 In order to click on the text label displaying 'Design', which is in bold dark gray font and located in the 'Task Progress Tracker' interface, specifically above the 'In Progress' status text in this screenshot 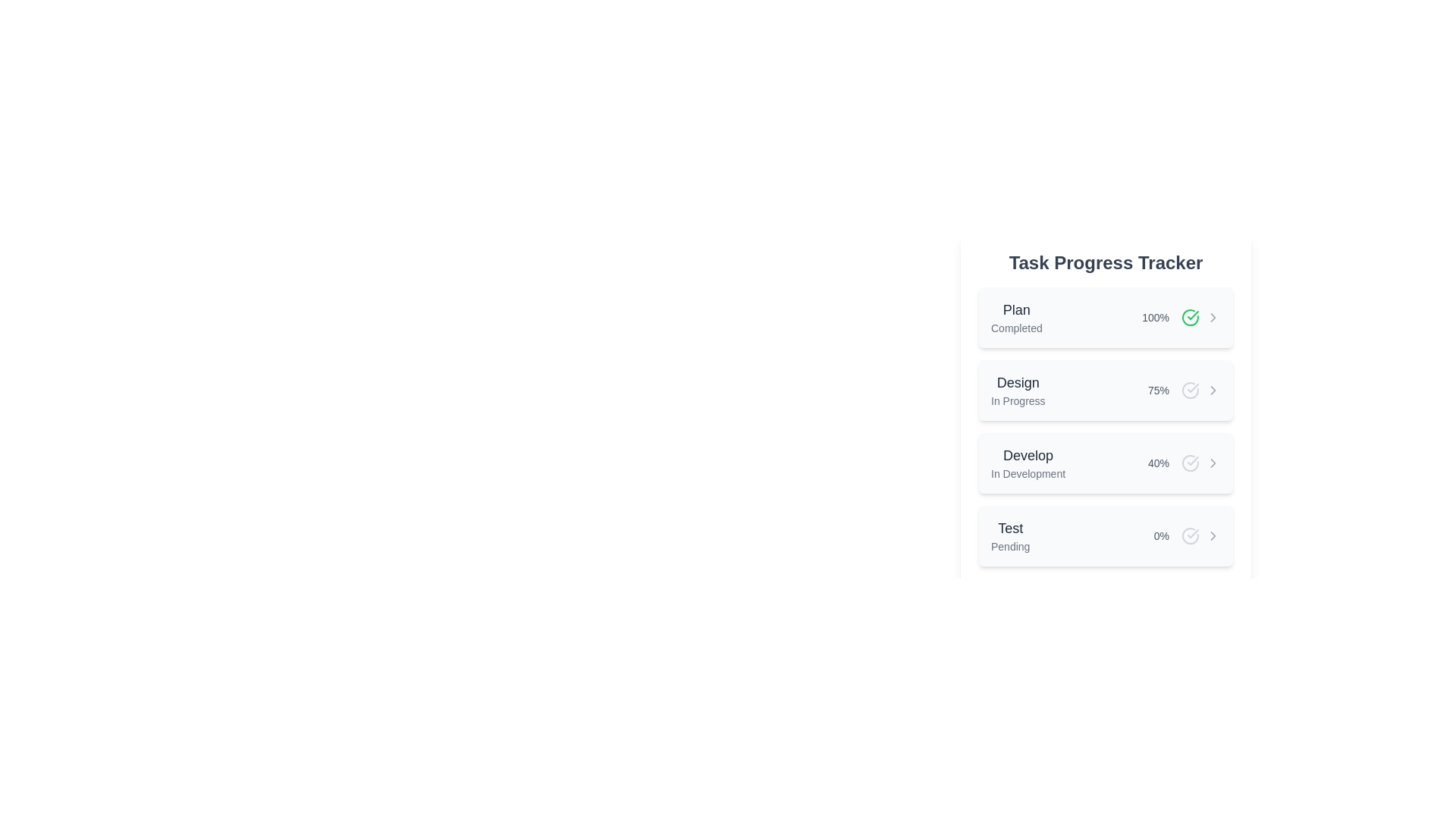, I will do `click(1018, 382)`.